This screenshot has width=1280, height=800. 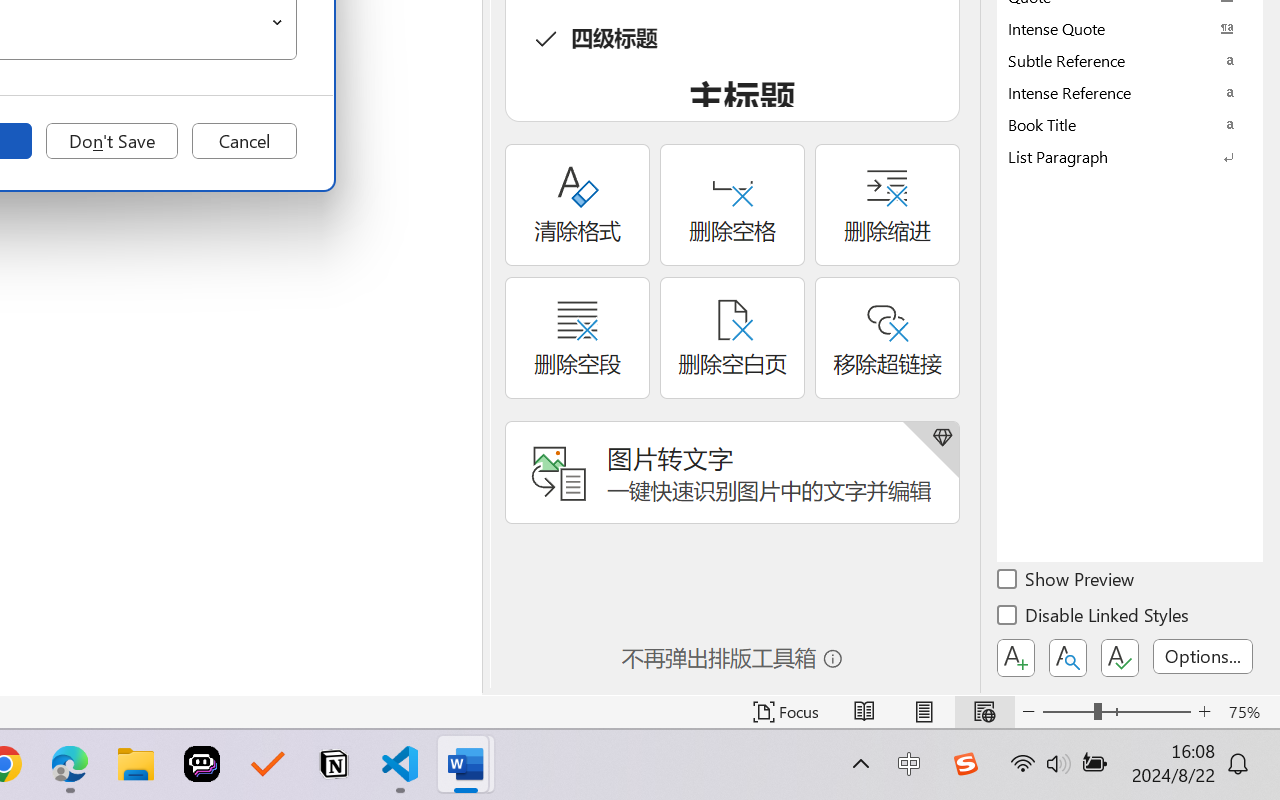 What do you see at coordinates (111, 141) in the screenshot?
I see `'Don'` at bounding box center [111, 141].